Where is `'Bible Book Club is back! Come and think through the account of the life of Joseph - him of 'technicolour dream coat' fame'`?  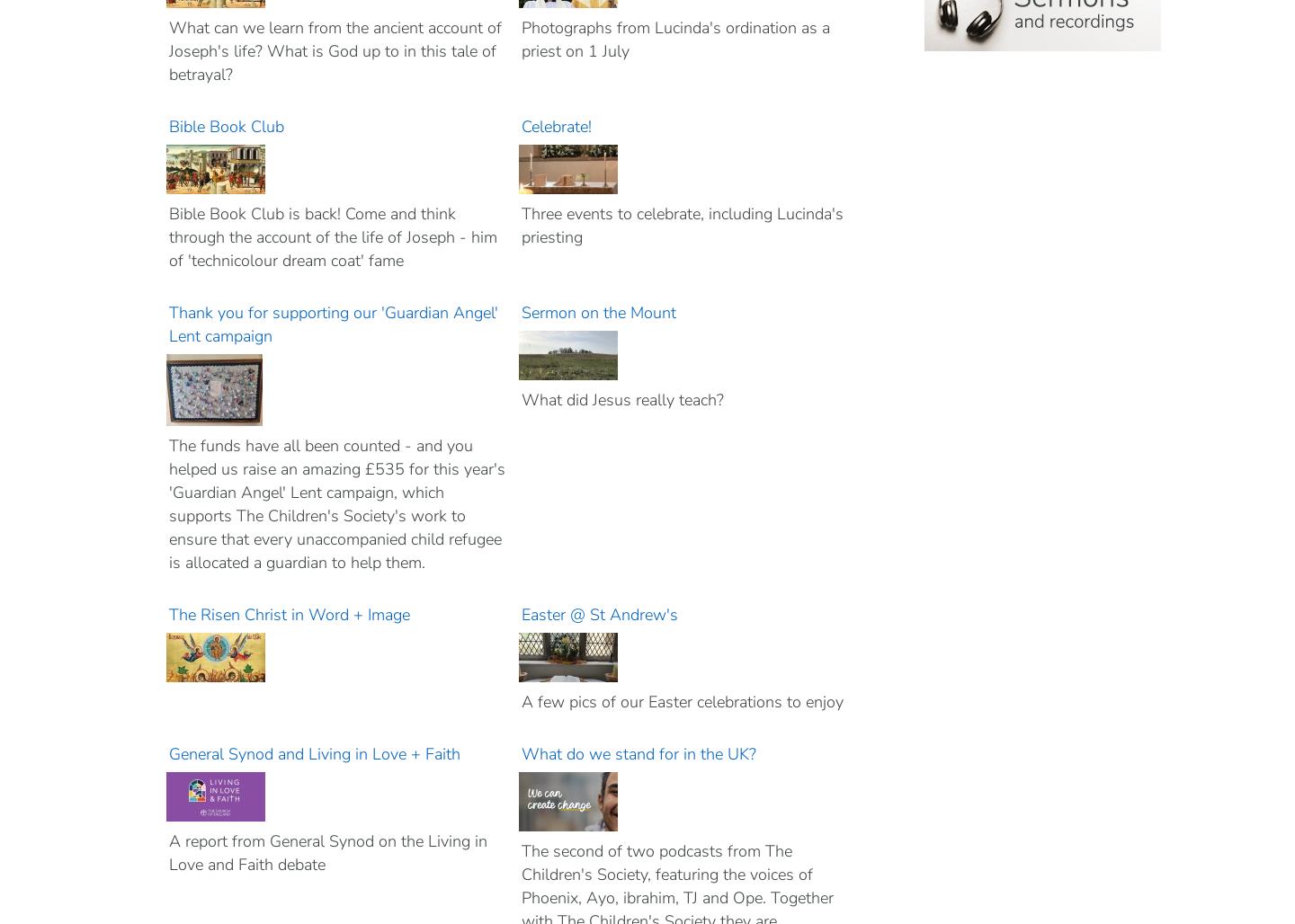 'Bible Book Club is back! Come and think through the account of the life of Joseph - him of 'technicolour dream coat' fame' is located at coordinates (332, 236).